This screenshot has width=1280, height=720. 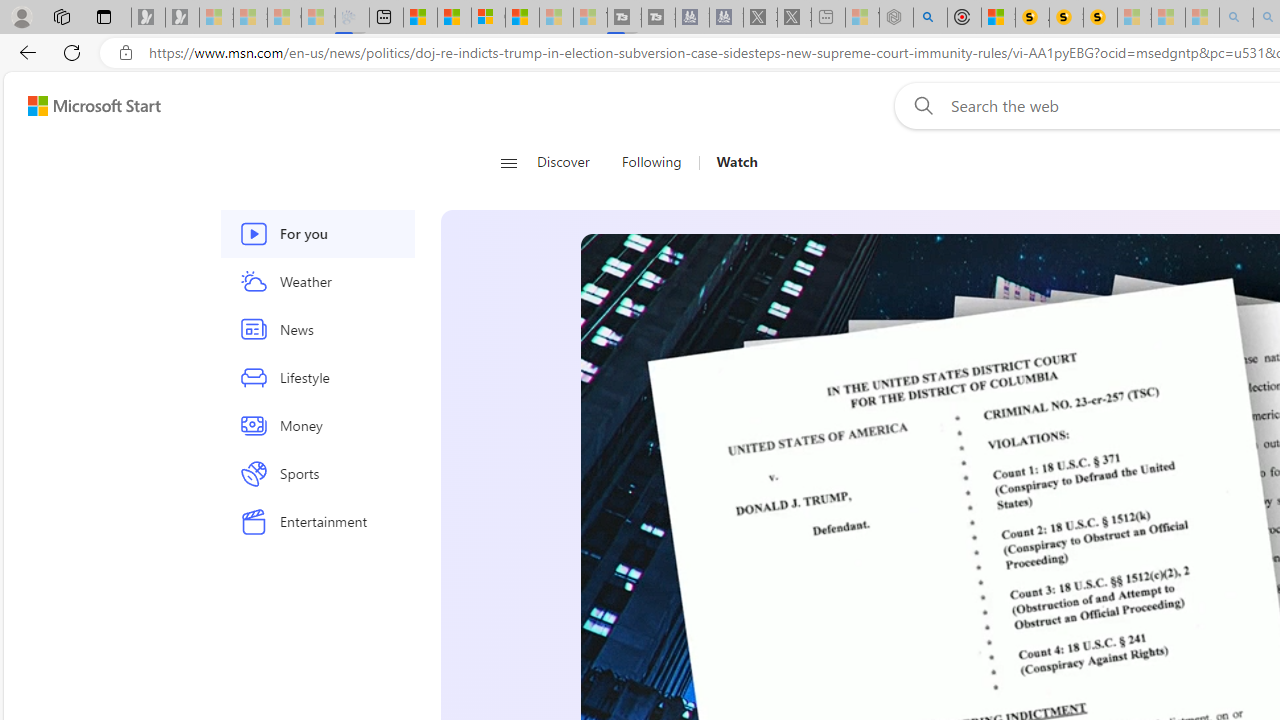 I want to click on 'Microsoft Start - Sleeping', so click(x=556, y=17).